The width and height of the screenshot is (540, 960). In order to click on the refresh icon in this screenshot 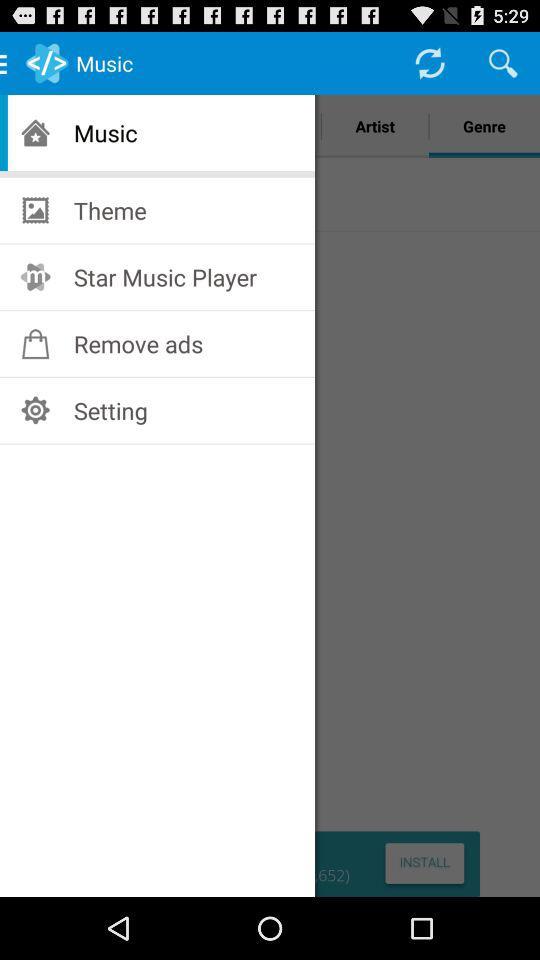, I will do `click(428, 67)`.